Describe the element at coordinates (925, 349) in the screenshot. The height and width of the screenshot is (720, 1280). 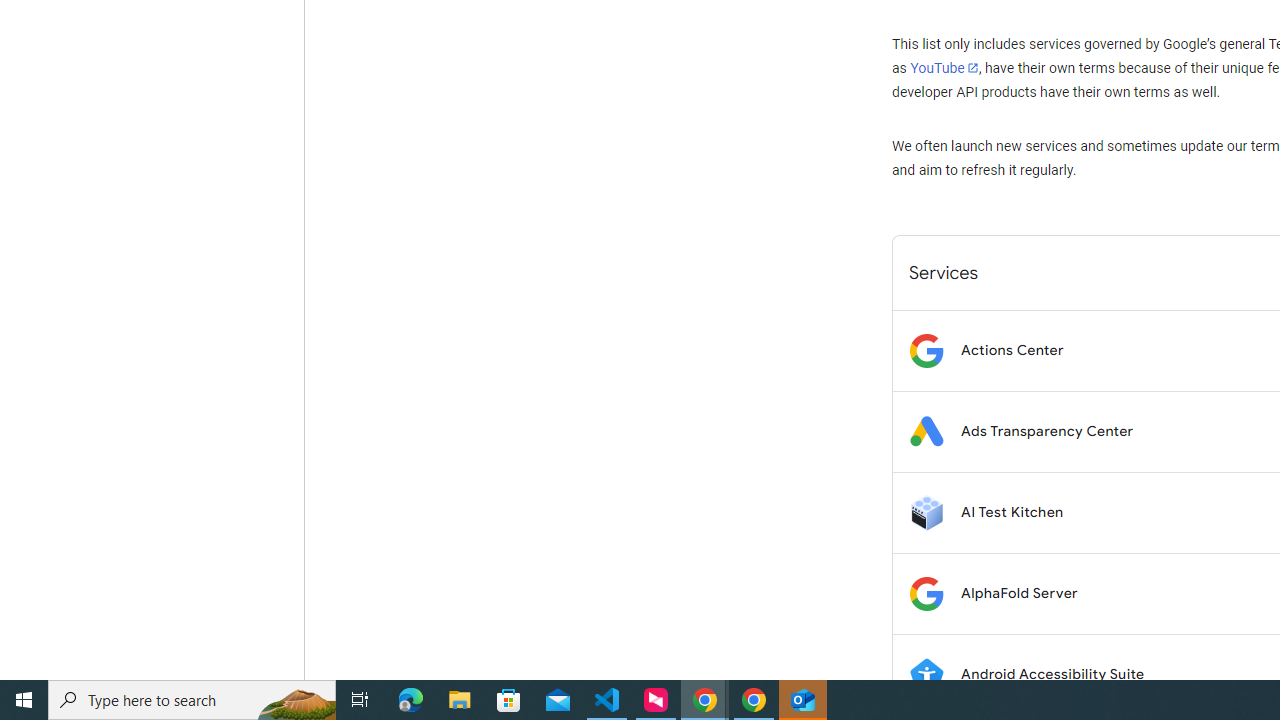
I see `'Logo for Actions Center'` at that location.